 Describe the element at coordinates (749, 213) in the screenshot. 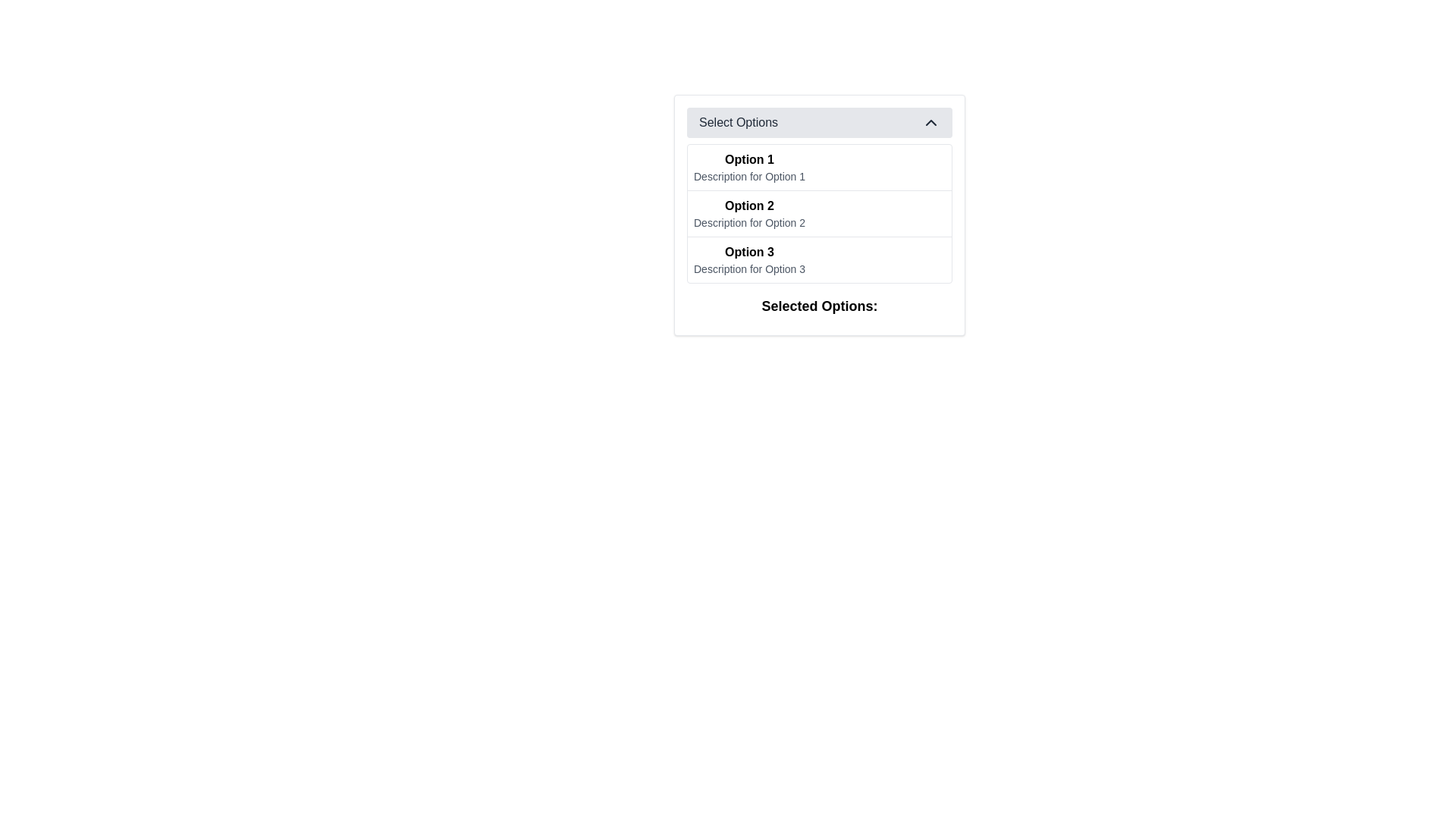

I see `the clickable menu option 'Option 2' within the dropdown` at that location.